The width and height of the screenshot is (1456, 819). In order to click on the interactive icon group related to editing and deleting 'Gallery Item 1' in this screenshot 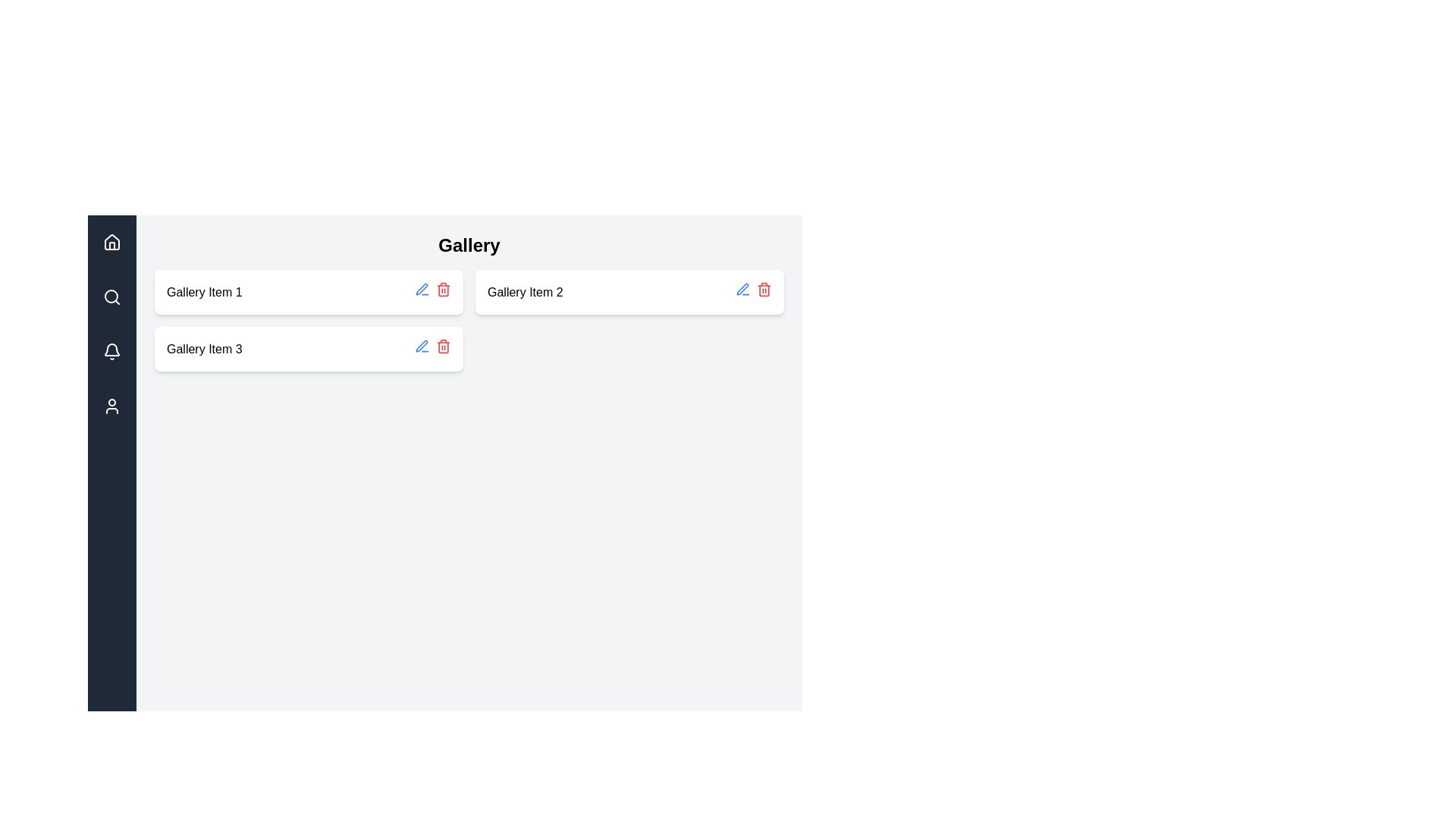, I will do `click(432, 292)`.